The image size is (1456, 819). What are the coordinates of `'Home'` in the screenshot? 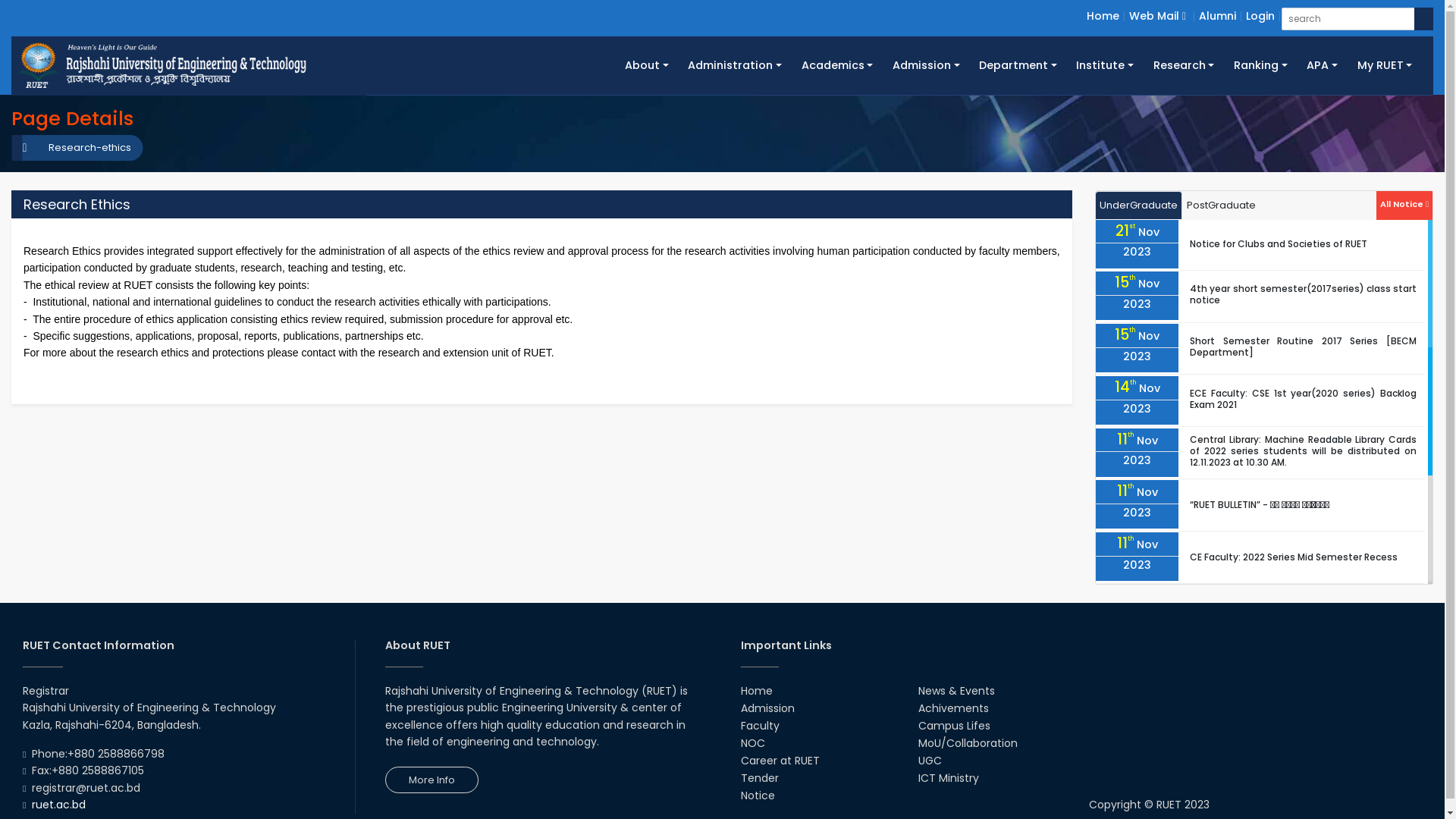 It's located at (1103, 15).